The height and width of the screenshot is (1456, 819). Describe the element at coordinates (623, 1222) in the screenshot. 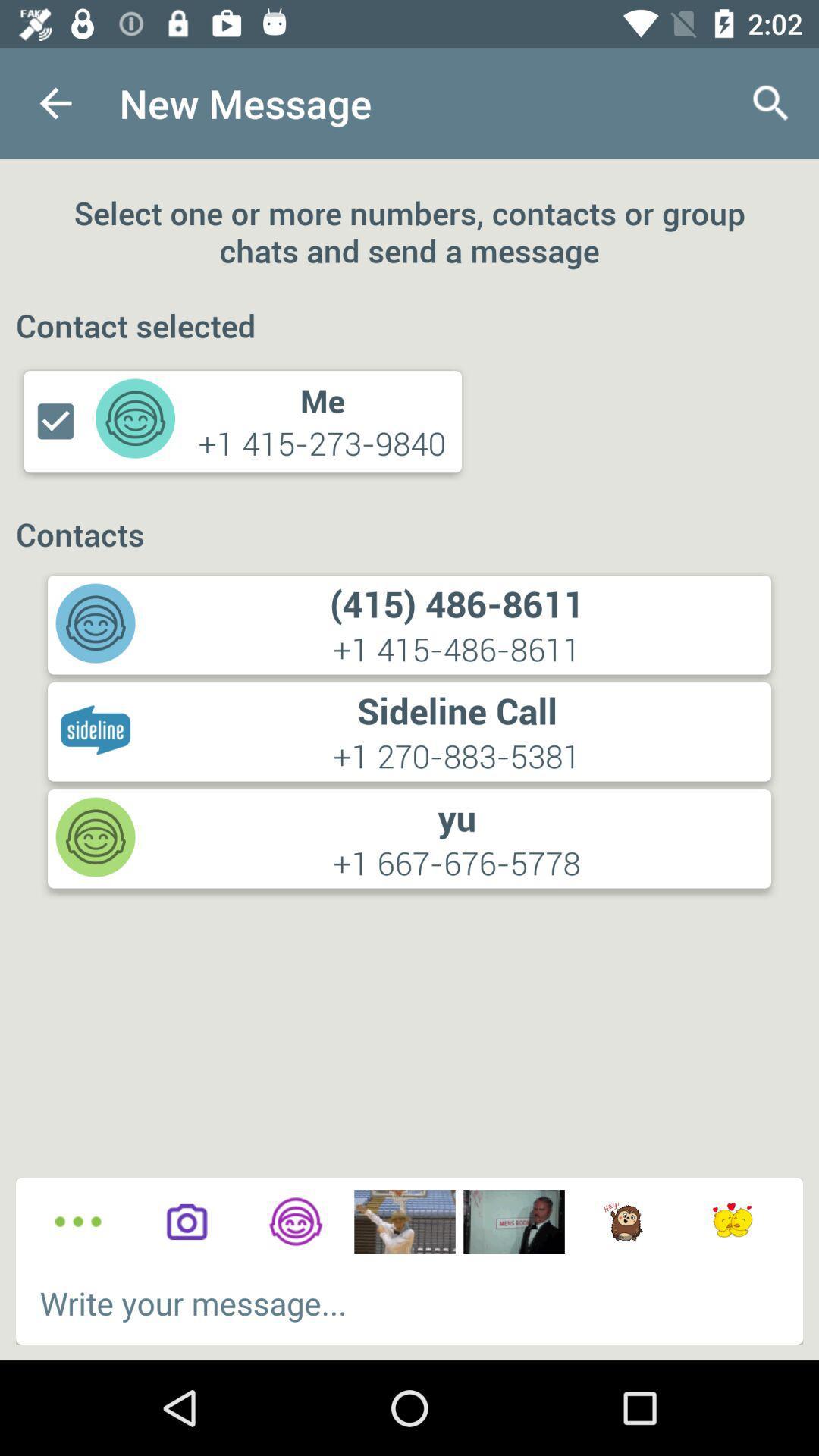

I see `insert hey cute hedgehog clip-art` at that location.